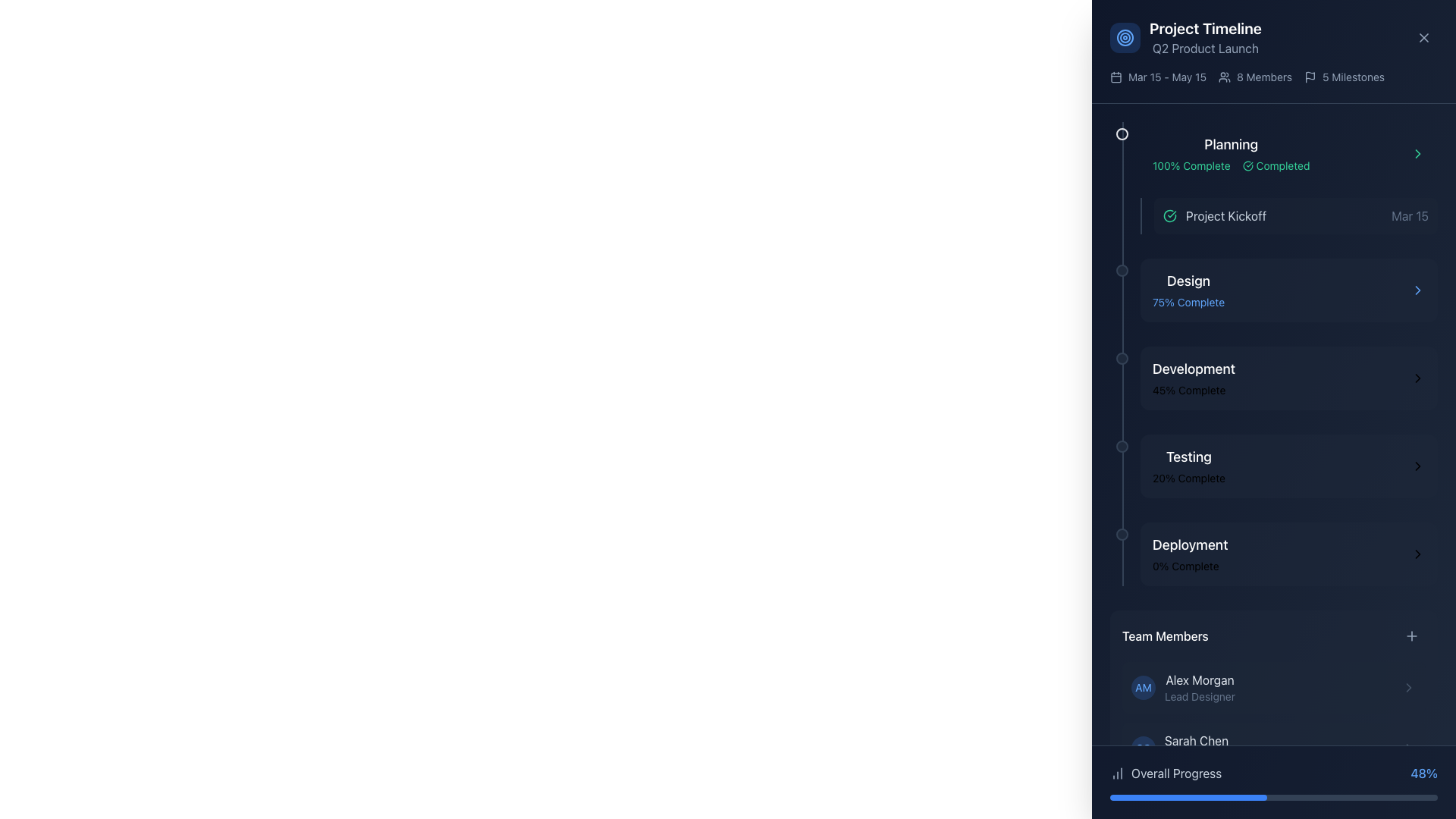 Image resolution: width=1456 pixels, height=819 pixels. Describe the element at coordinates (1194, 800) in the screenshot. I see `the text label displaying 'Mike Ross' in light gray font color, located in the team members section` at that location.